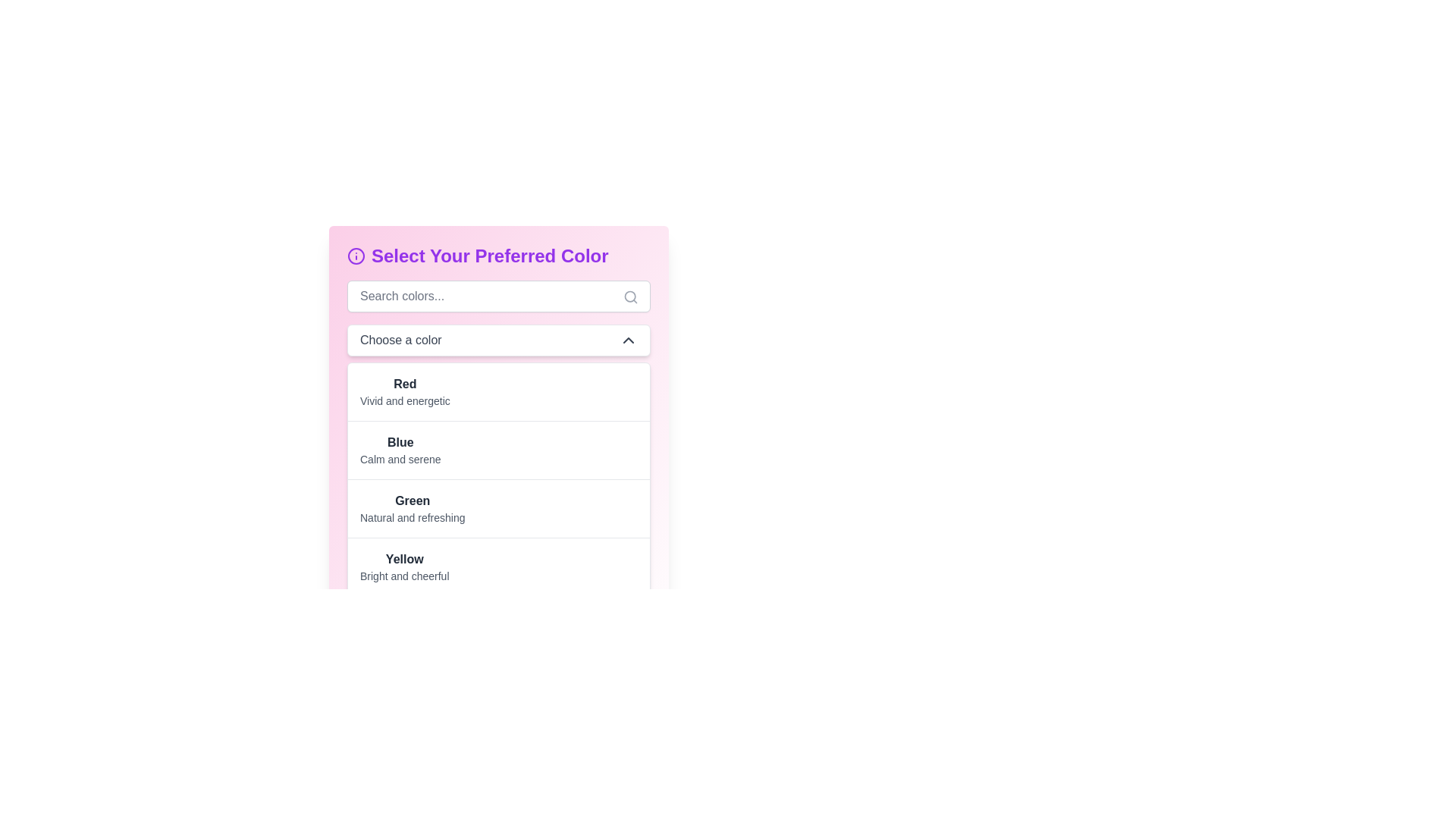 This screenshot has height=819, width=1456. I want to click on the third list item in the vertical color-themed list, which displays 'Green' and 'Natural and refreshing', so click(498, 508).